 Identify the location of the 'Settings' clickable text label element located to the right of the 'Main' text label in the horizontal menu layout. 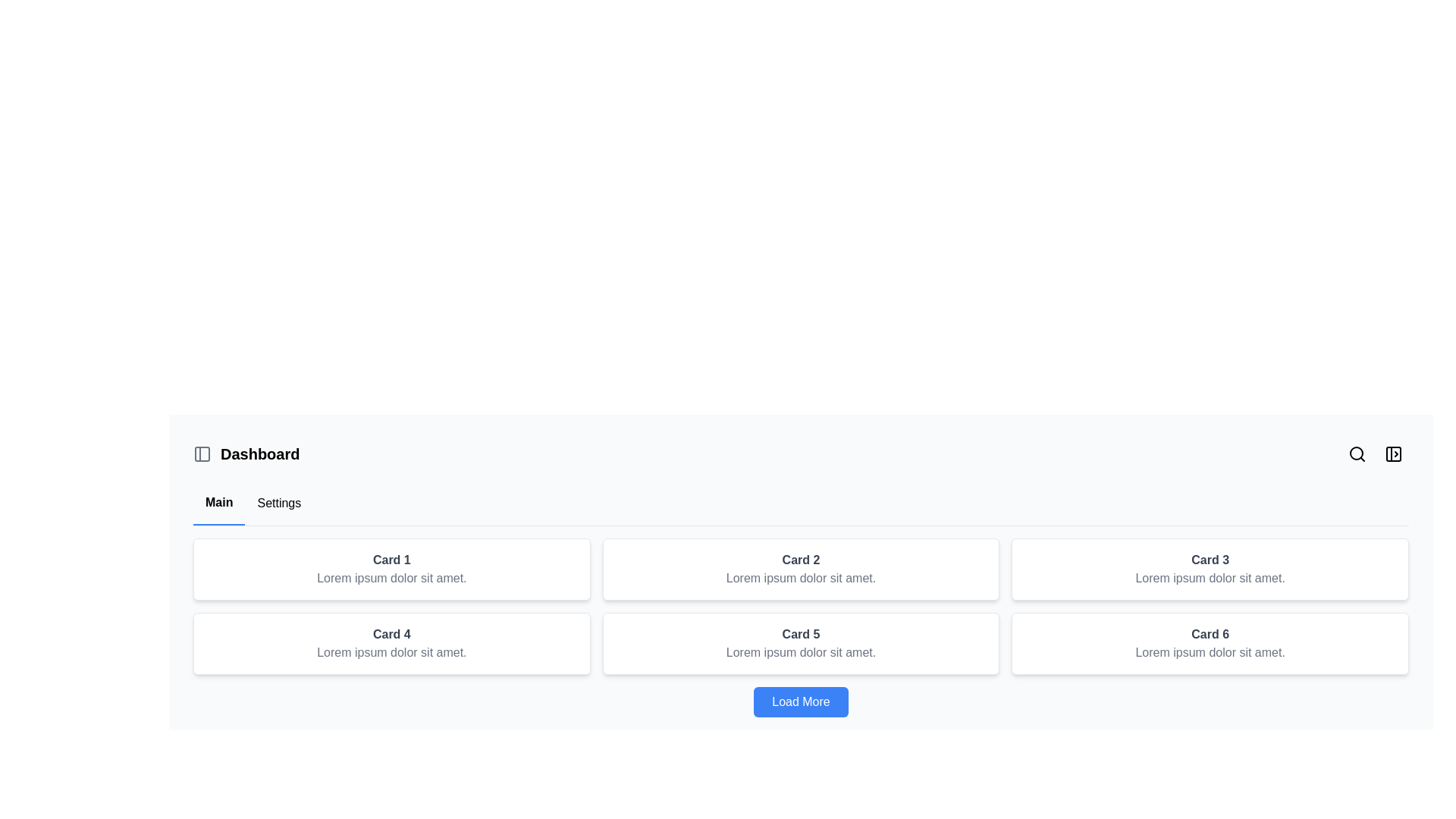
(279, 503).